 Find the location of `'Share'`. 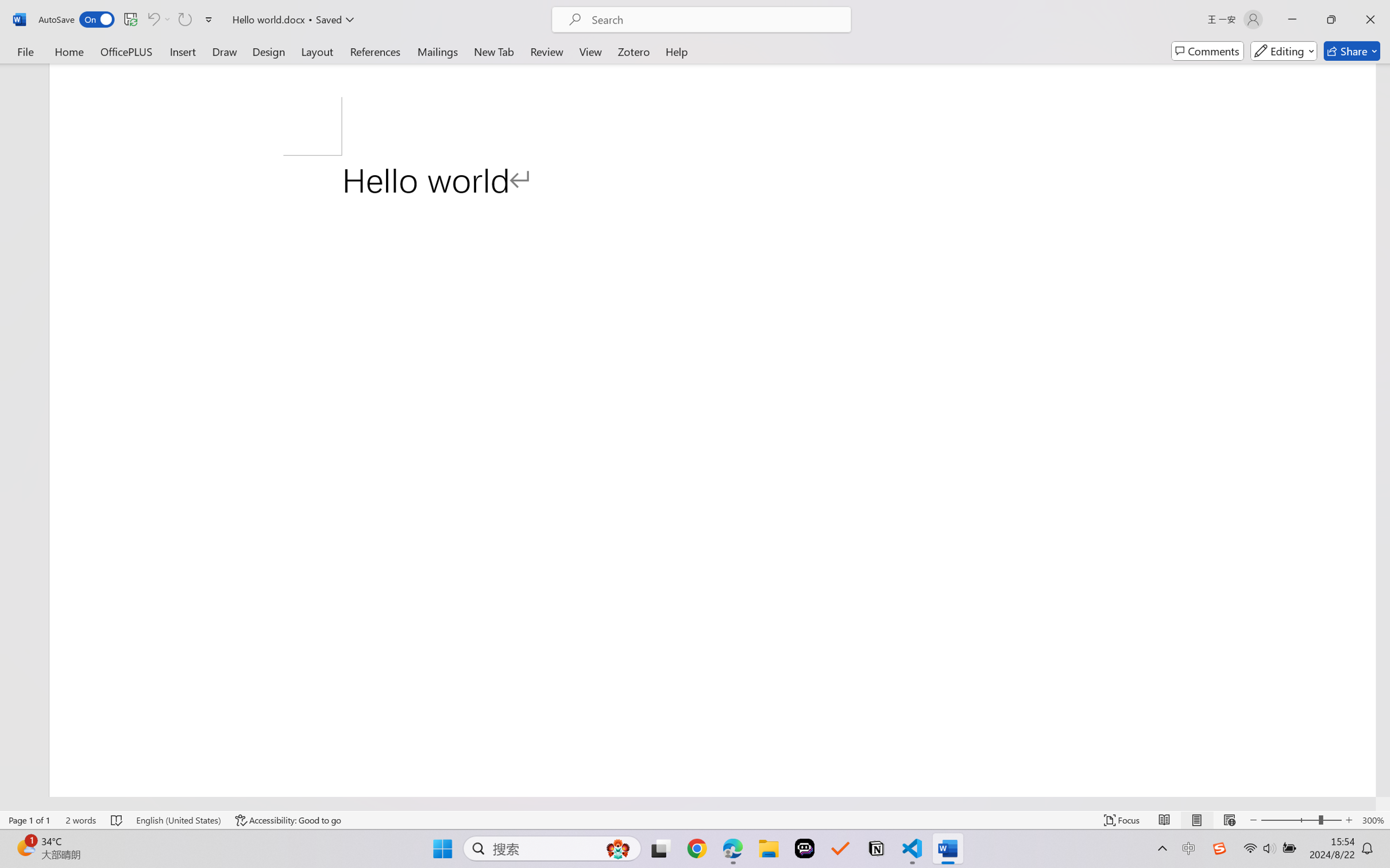

'Share' is located at coordinates (1351, 51).